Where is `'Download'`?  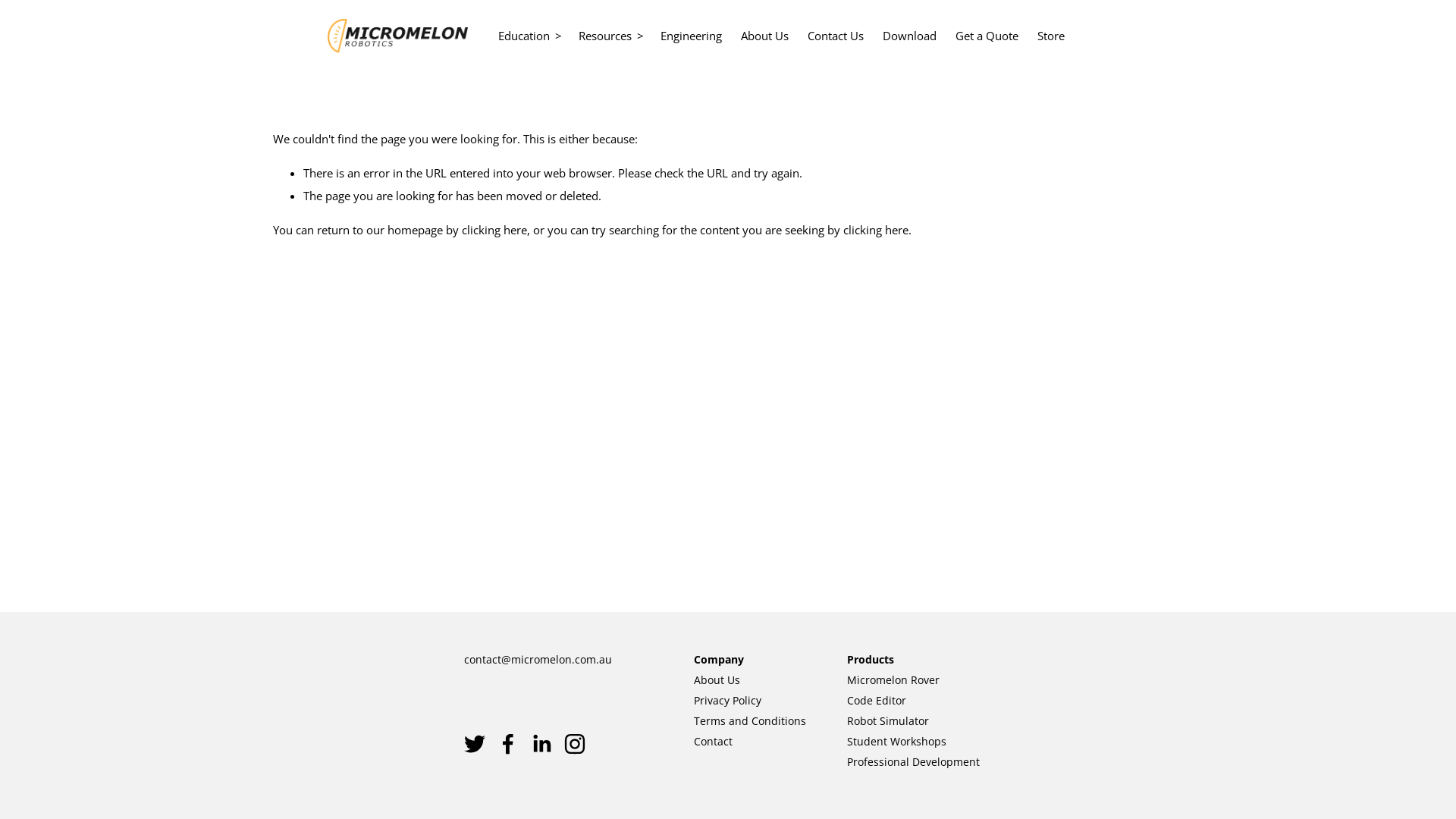
'Download' is located at coordinates (882, 35).